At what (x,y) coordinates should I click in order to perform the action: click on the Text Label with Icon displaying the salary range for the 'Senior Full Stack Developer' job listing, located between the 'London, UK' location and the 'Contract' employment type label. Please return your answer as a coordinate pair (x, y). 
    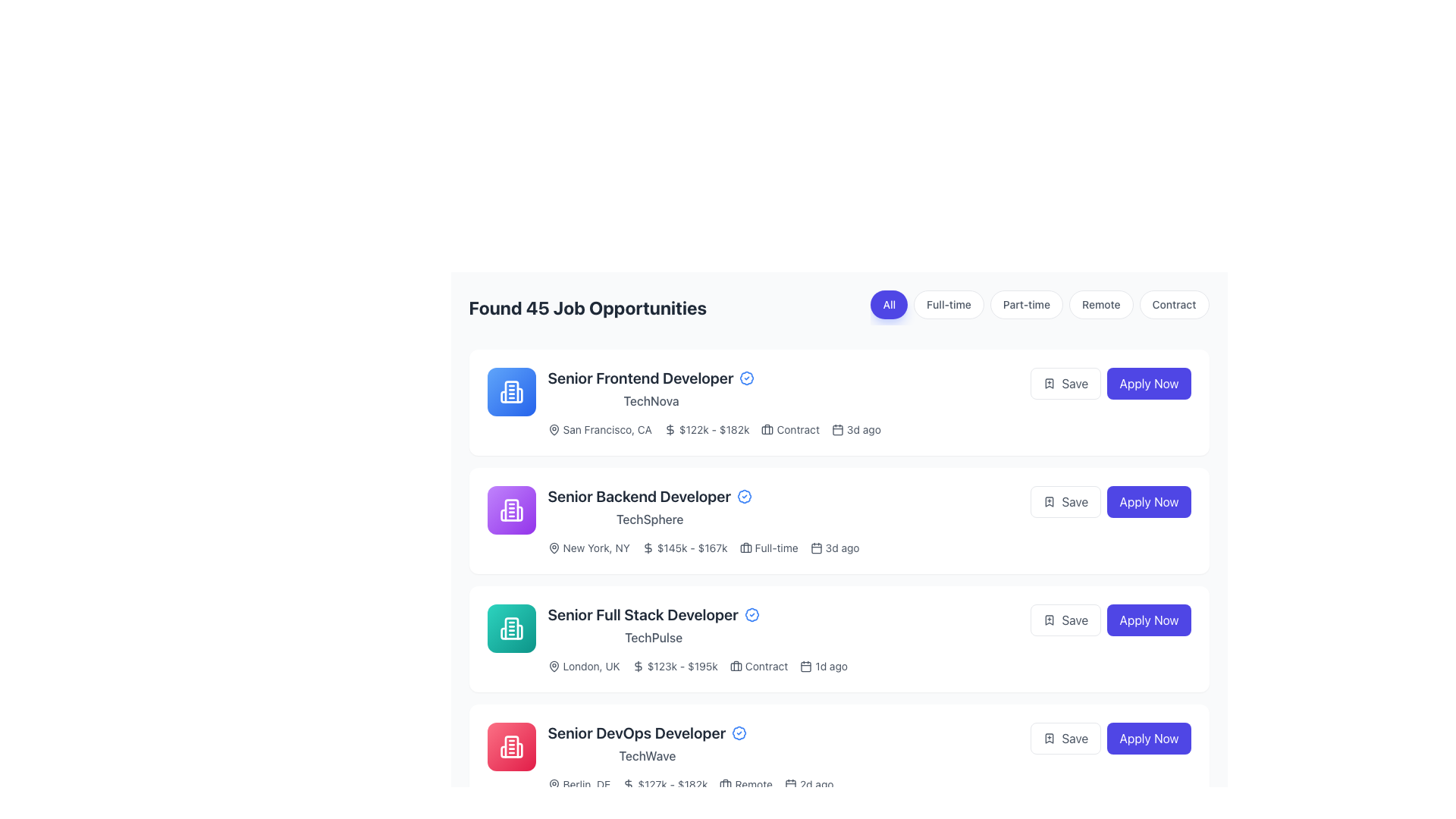
    Looking at the image, I should click on (674, 666).